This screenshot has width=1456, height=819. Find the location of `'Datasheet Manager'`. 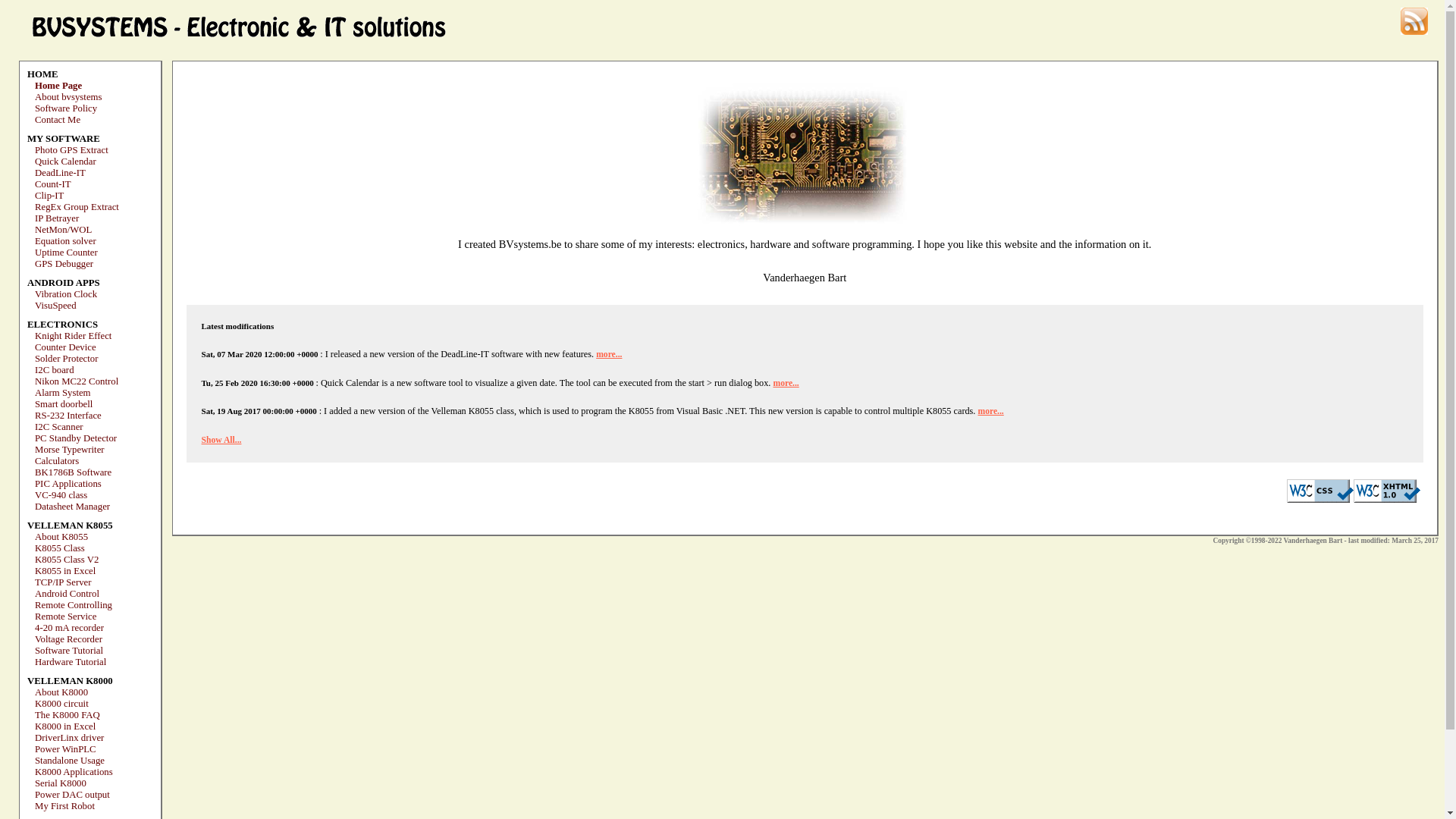

'Datasheet Manager' is located at coordinates (71, 506).